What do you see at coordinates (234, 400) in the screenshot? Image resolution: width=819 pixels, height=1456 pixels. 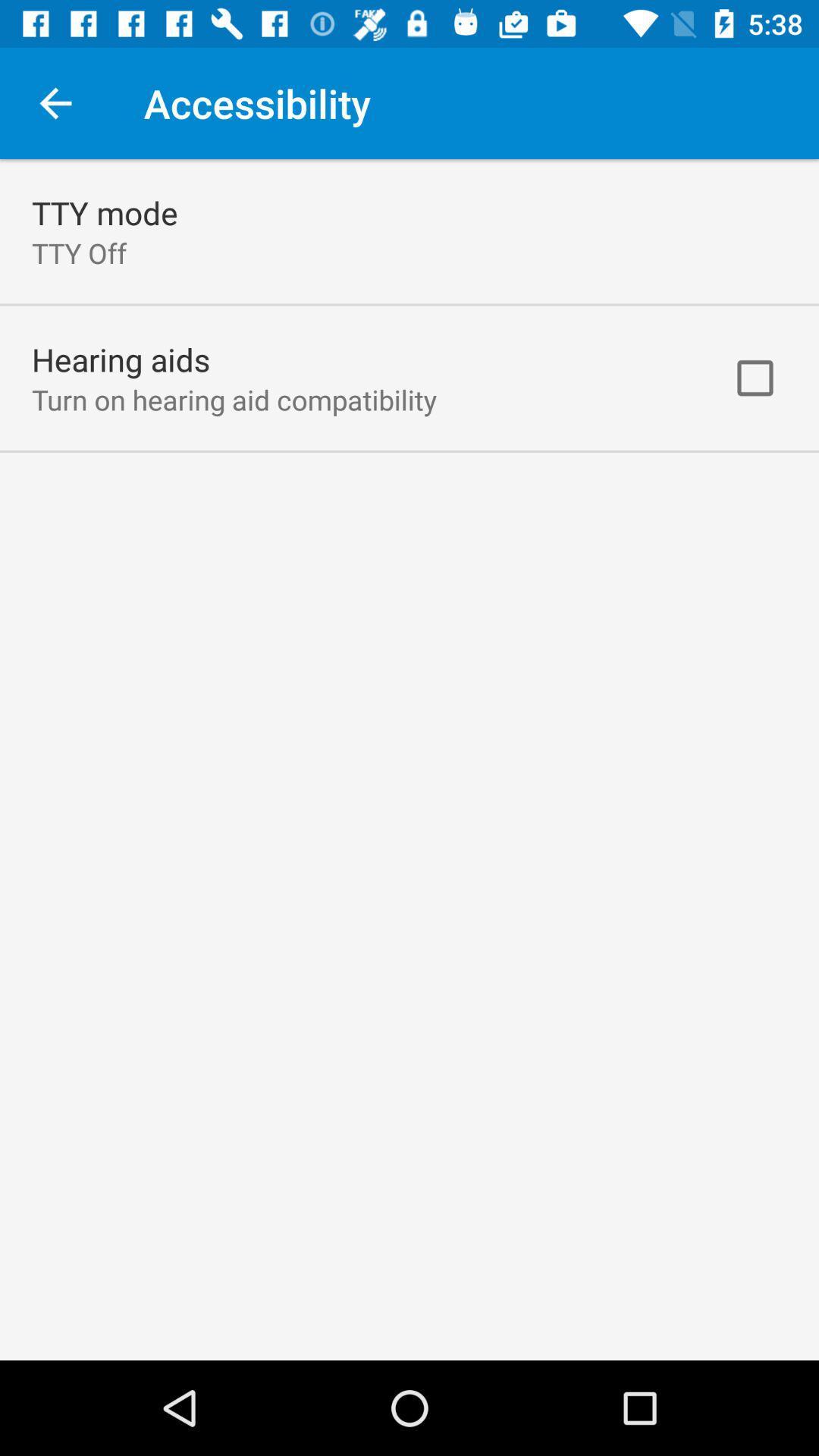 I see `the turn on hearing icon` at bounding box center [234, 400].